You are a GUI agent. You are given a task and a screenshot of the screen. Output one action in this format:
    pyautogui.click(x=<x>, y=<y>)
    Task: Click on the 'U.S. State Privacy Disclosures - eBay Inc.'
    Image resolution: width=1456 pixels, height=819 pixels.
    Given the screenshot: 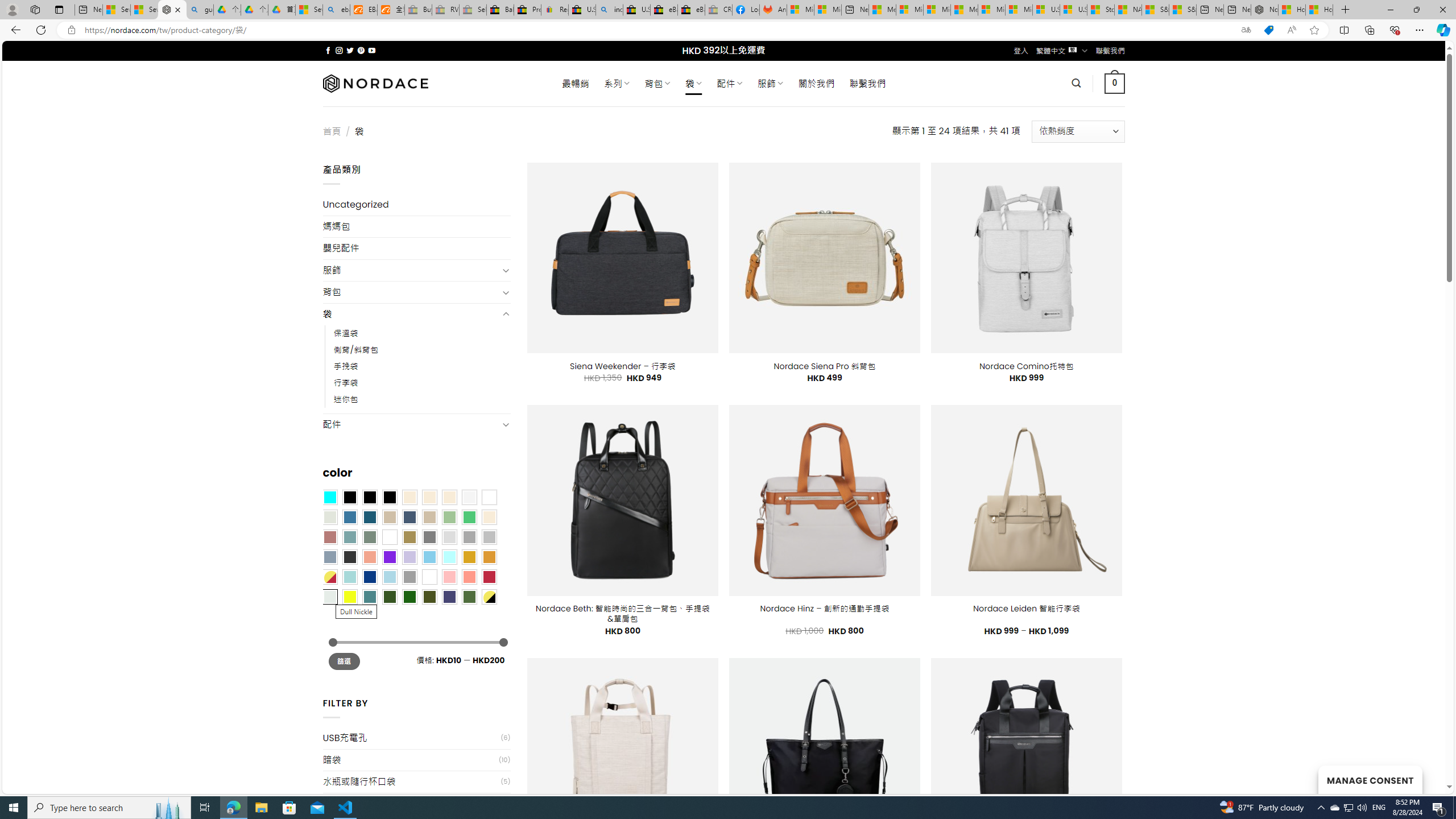 What is the action you would take?
    pyautogui.click(x=637, y=9)
    